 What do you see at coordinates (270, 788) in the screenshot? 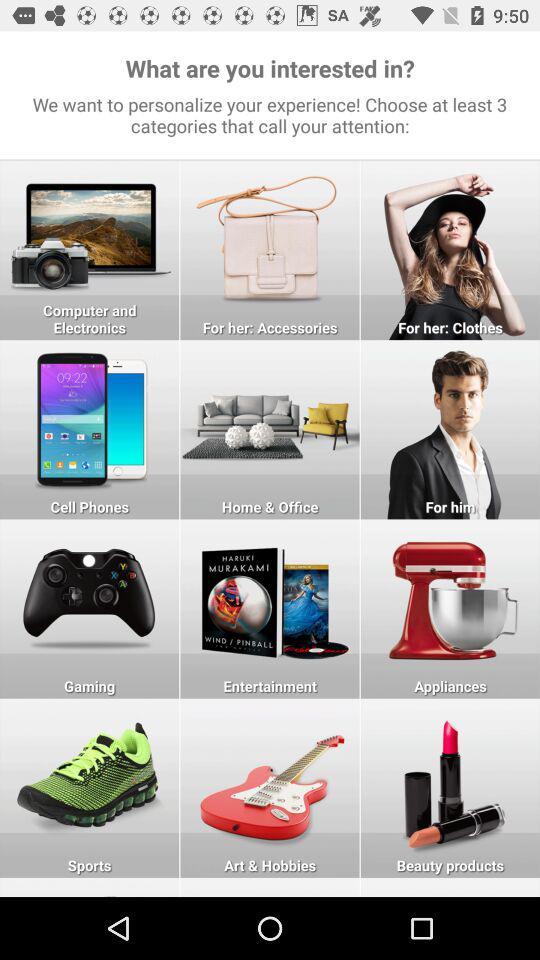
I see `click on art hobbies` at bounding box center [270, 788].